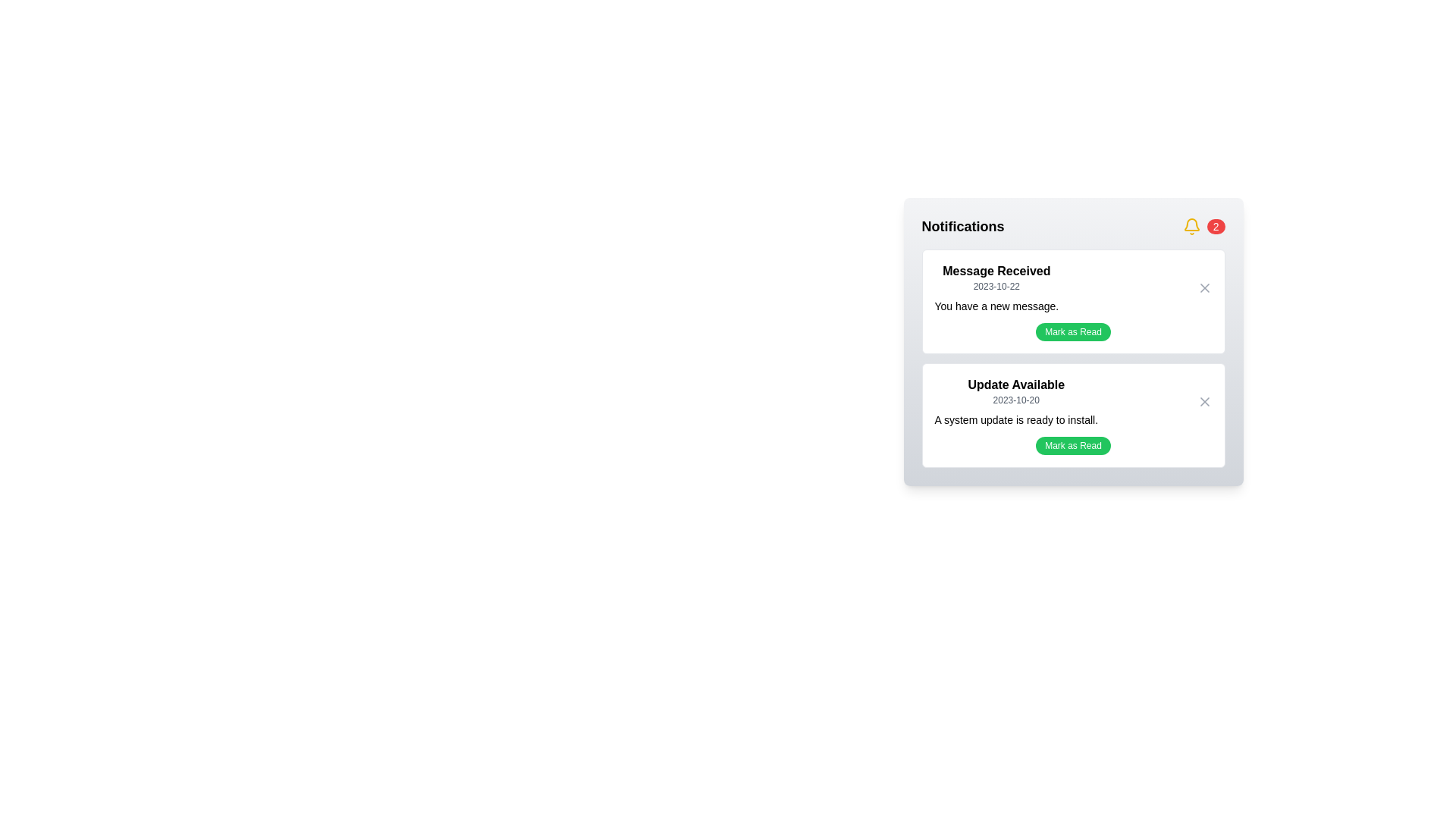  What do you see at coordinates (996, 271) in the screenshot?
I see `text label displaying 'Message Received' to understand the notification summary` at bounding box center [996, 271].